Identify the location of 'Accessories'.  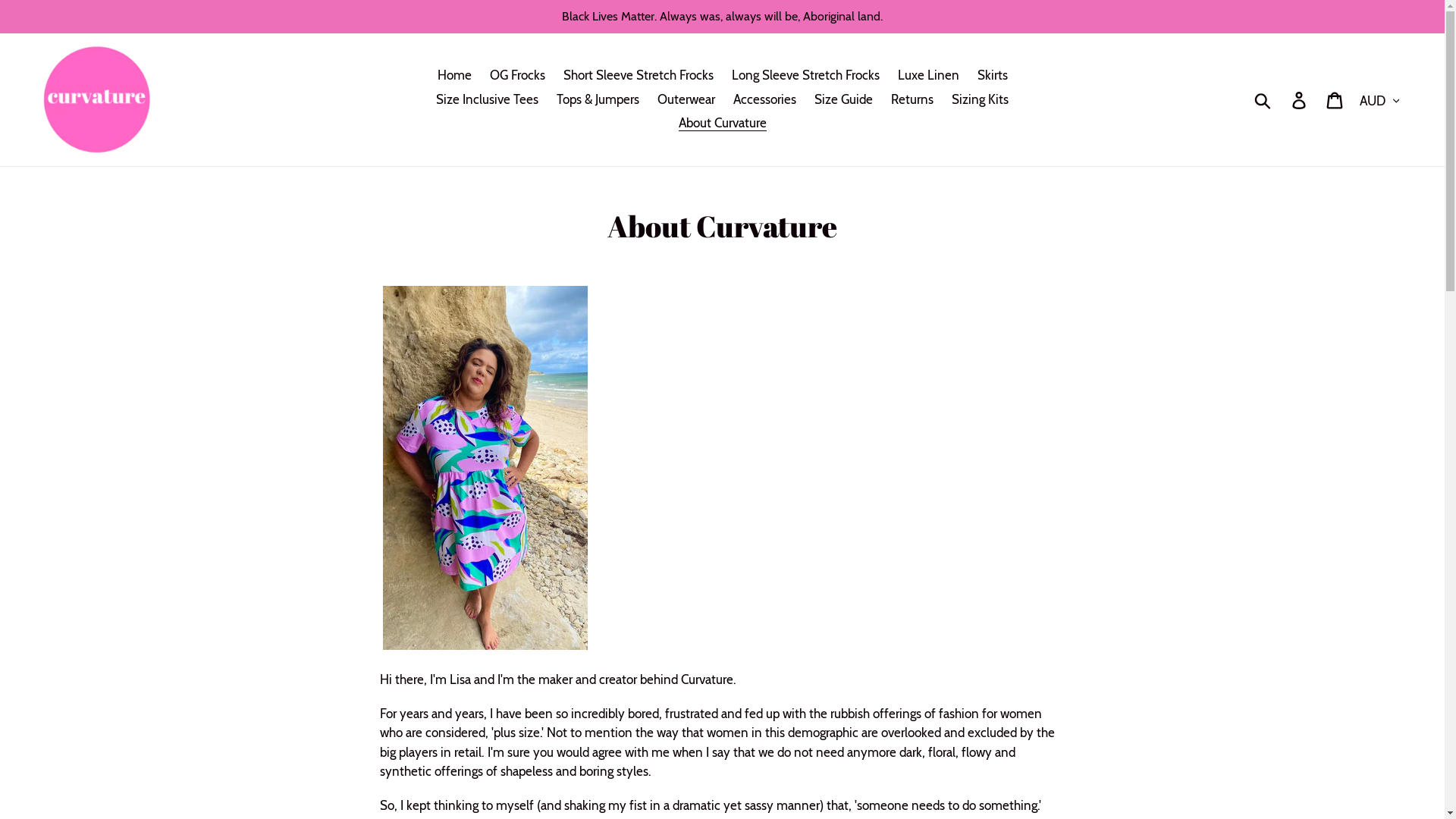
(764, 99).